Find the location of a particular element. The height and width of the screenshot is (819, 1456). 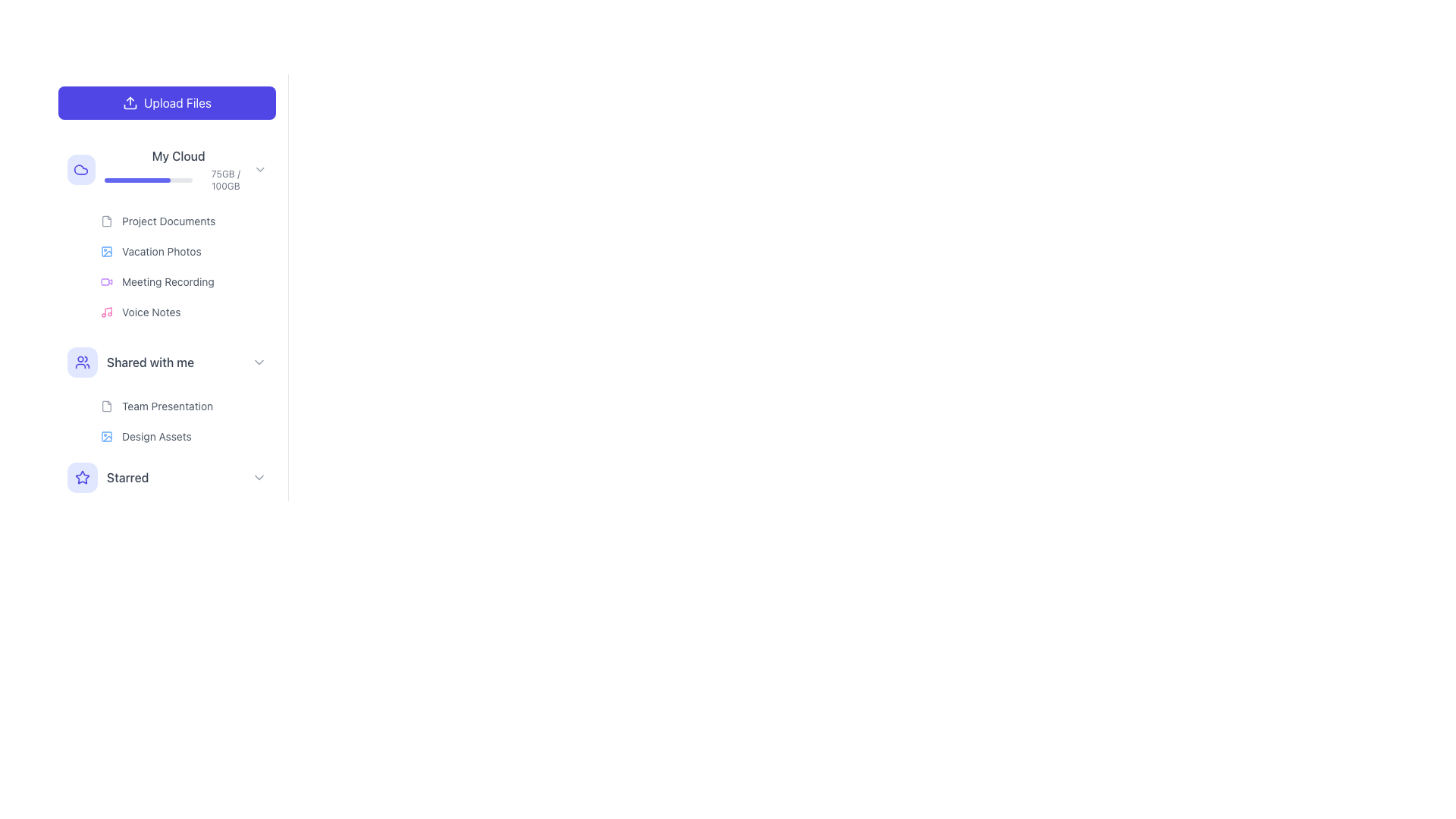

the list item labeled 'Vacation Photos' is located at coordinates (184, 265).